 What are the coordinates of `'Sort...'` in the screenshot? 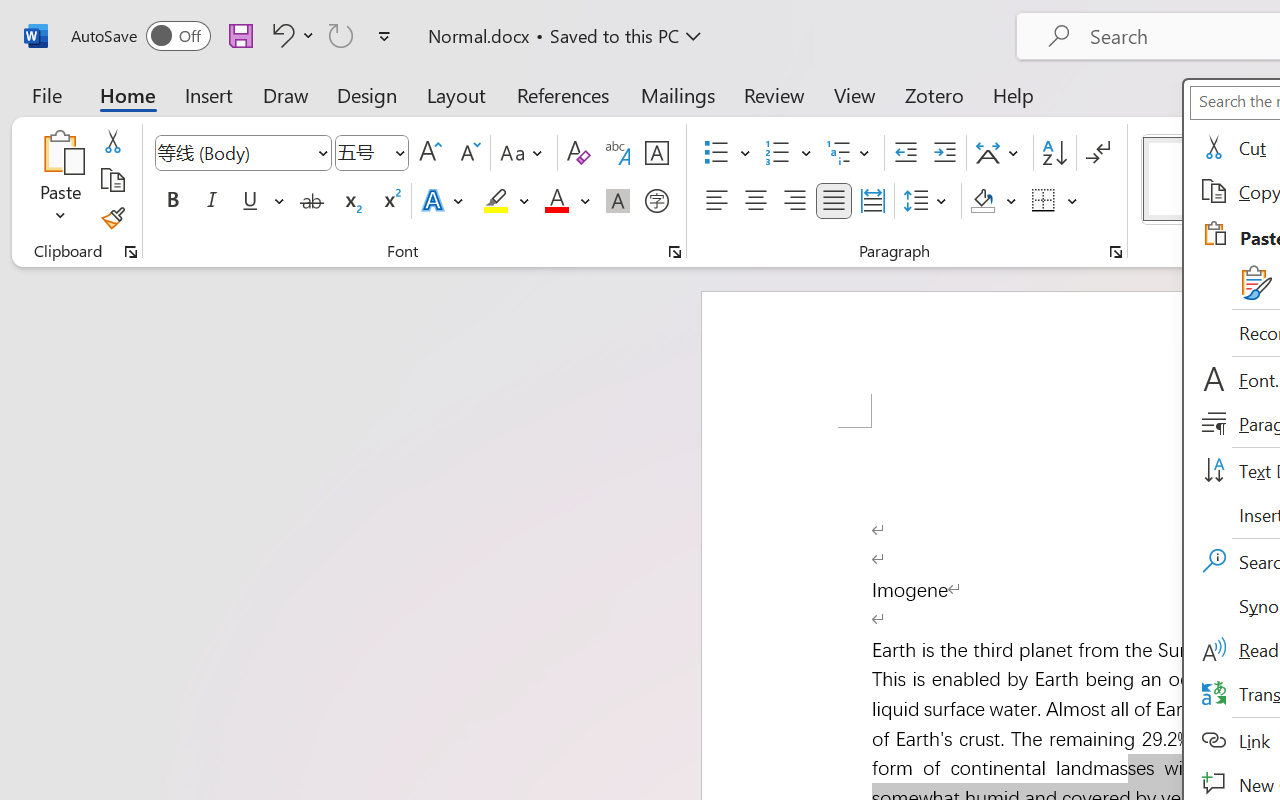 It's located at (1053, 153).